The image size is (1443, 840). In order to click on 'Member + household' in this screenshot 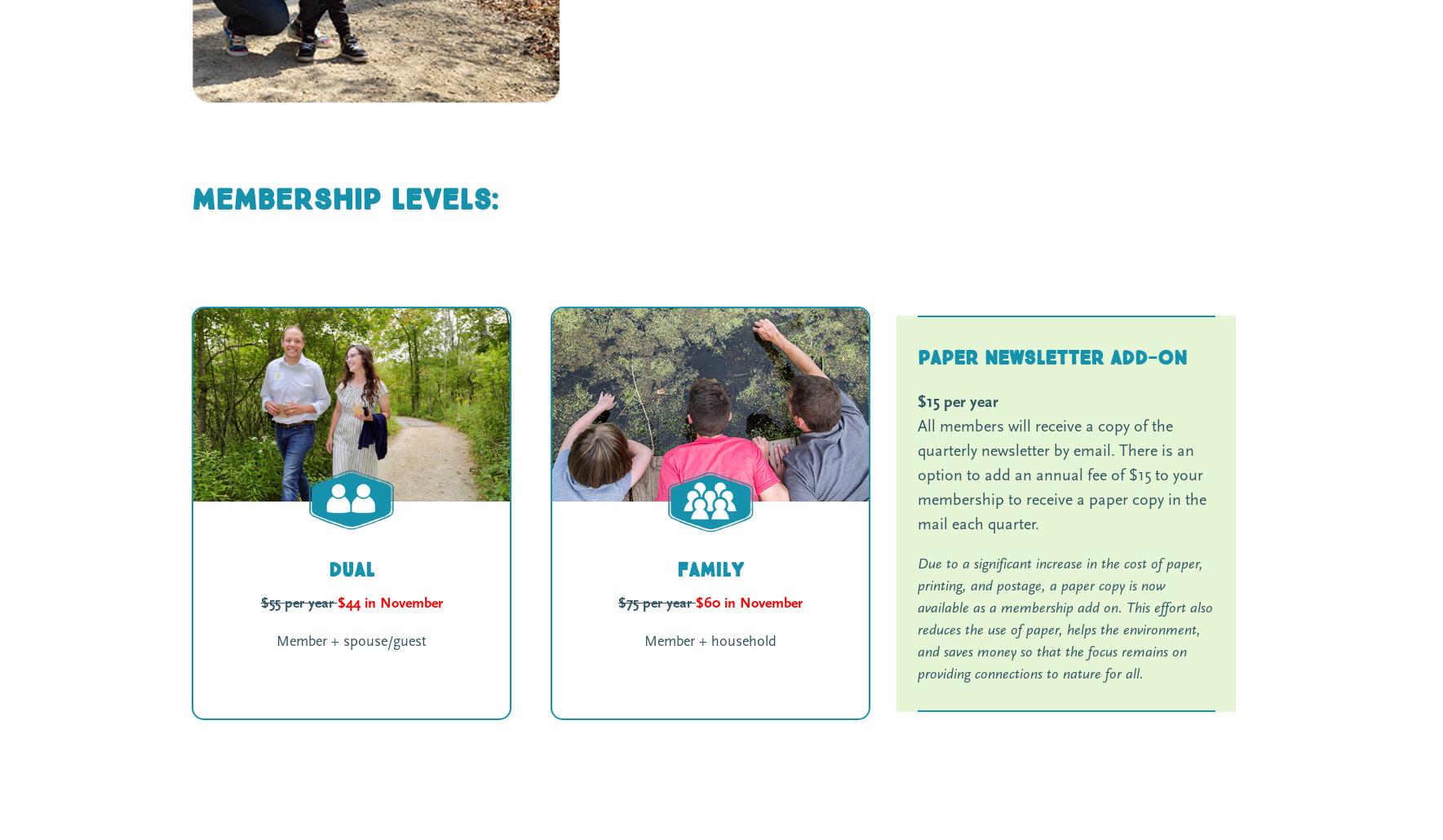, I will do `click(710, 640)`.